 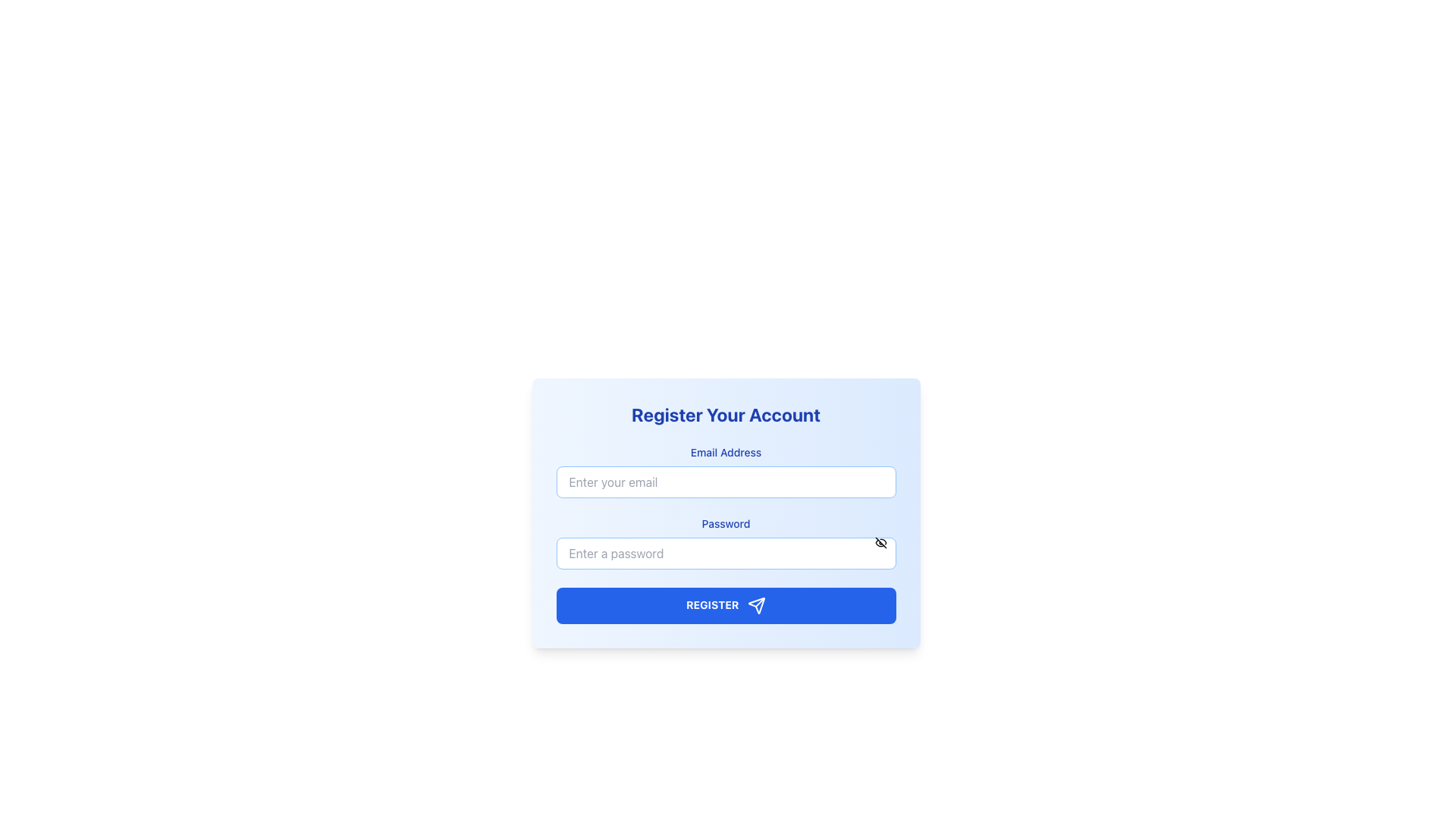 I want to click on text label that displays 'Email Address', which is styled with a small font size and medium weight, located above the email input field in the registration form, so click(x=725, y=452).